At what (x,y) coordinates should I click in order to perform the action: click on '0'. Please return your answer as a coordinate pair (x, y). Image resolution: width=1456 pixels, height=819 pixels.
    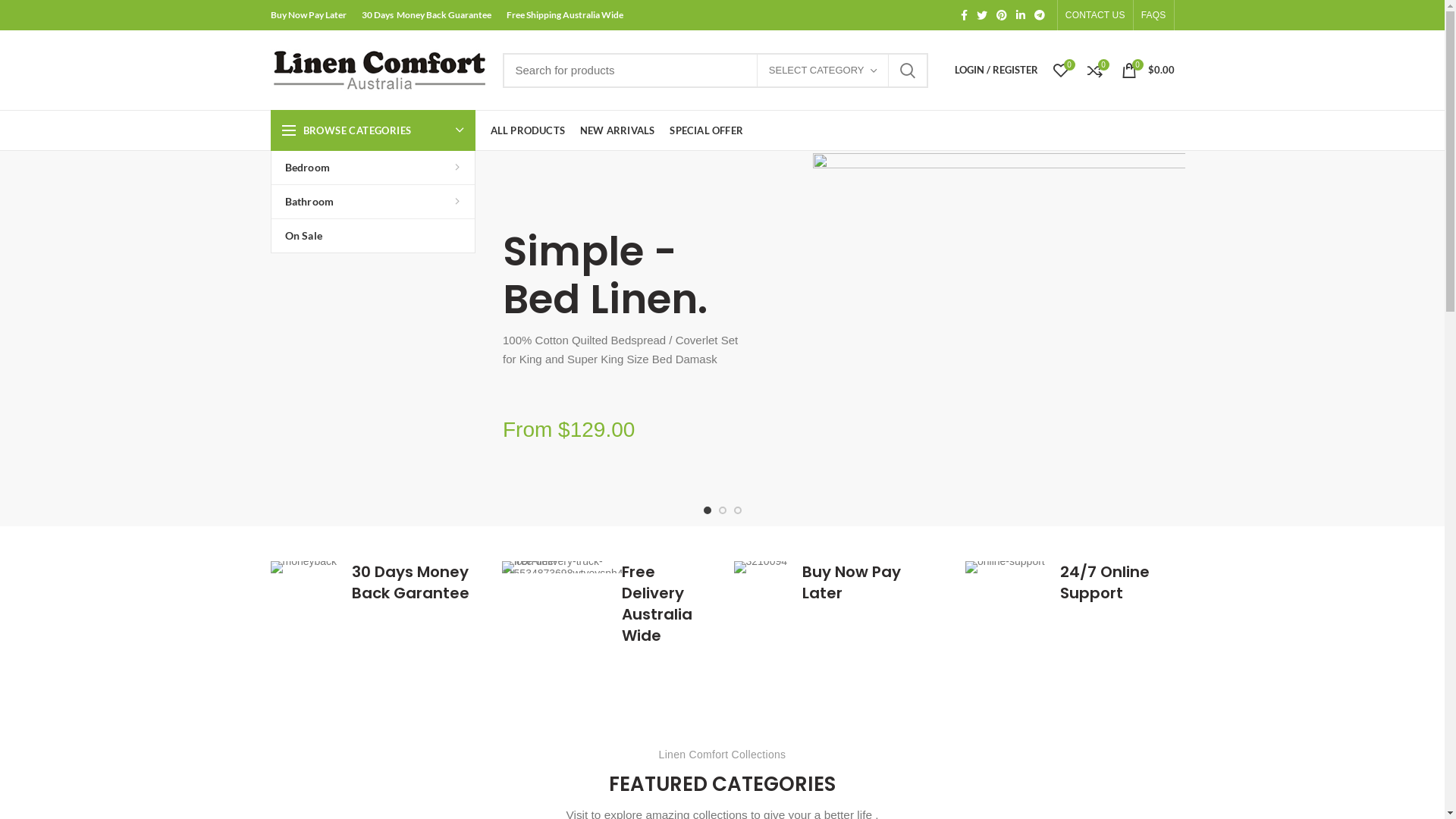
    Looking at the image, I should click on (1095, 70).